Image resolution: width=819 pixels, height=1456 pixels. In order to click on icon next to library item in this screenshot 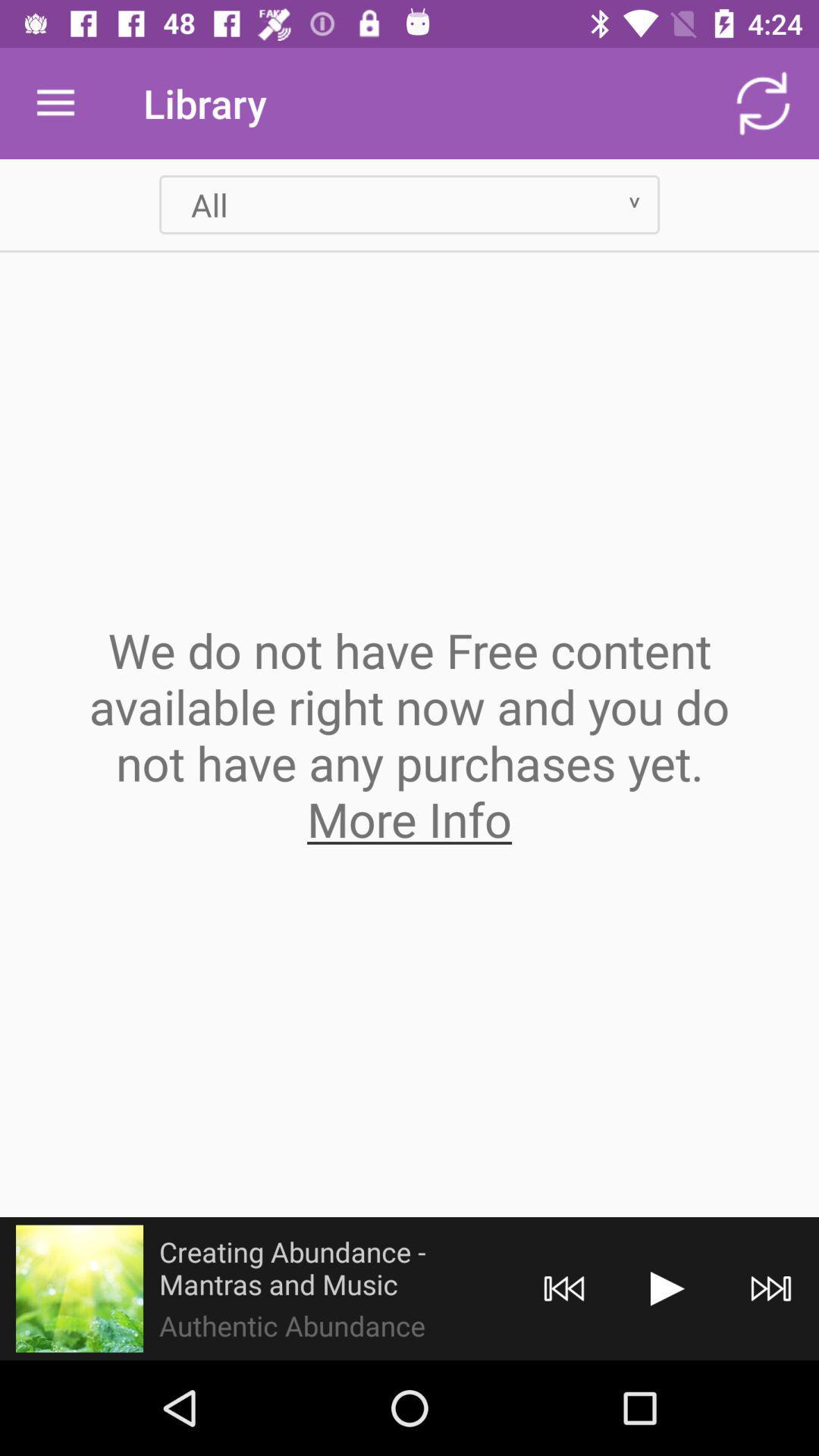, I will do `click(55, 102)`.